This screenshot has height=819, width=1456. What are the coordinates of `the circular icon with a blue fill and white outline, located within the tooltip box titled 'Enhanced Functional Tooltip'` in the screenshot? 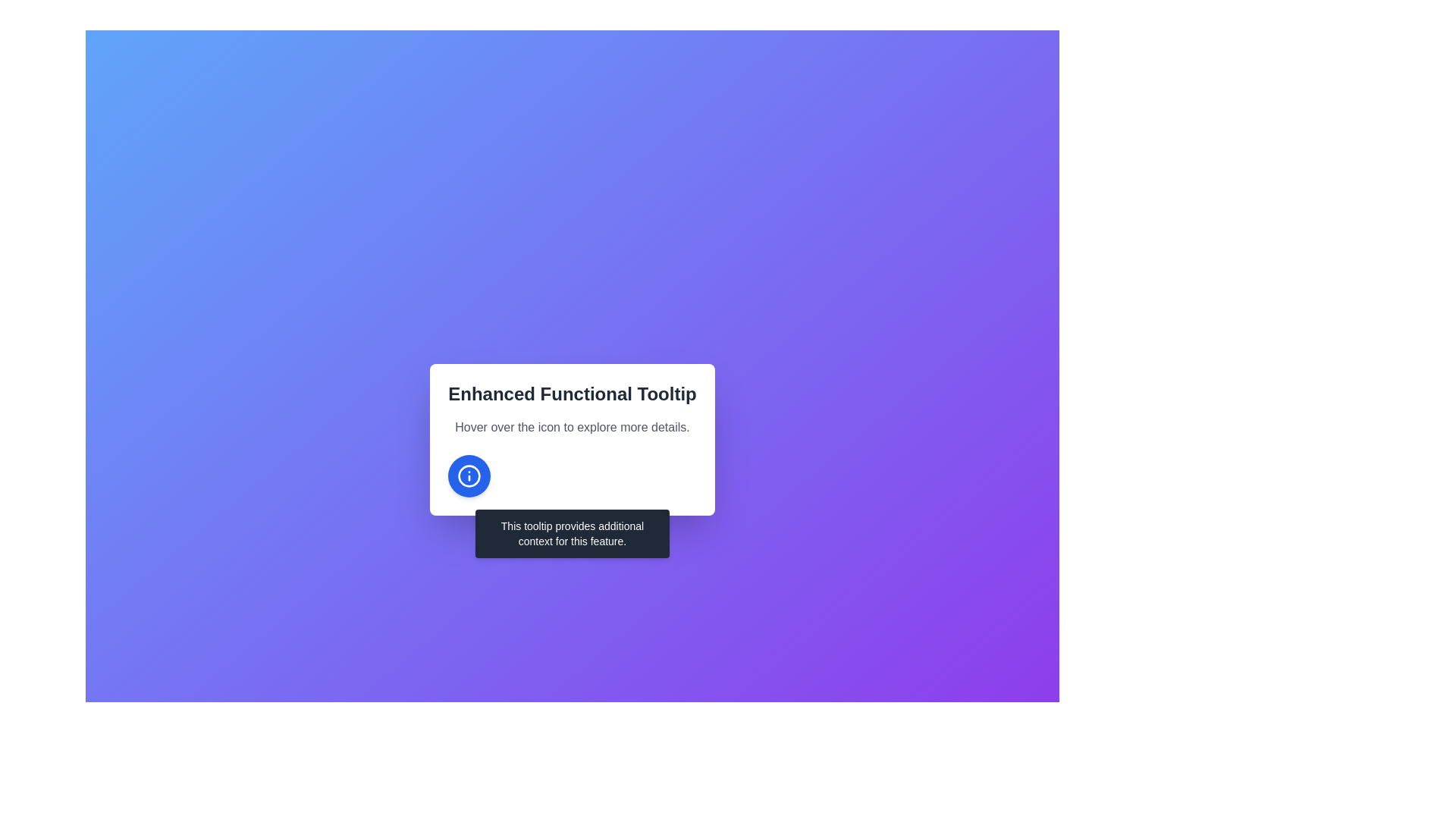 It's located at (469, 475).